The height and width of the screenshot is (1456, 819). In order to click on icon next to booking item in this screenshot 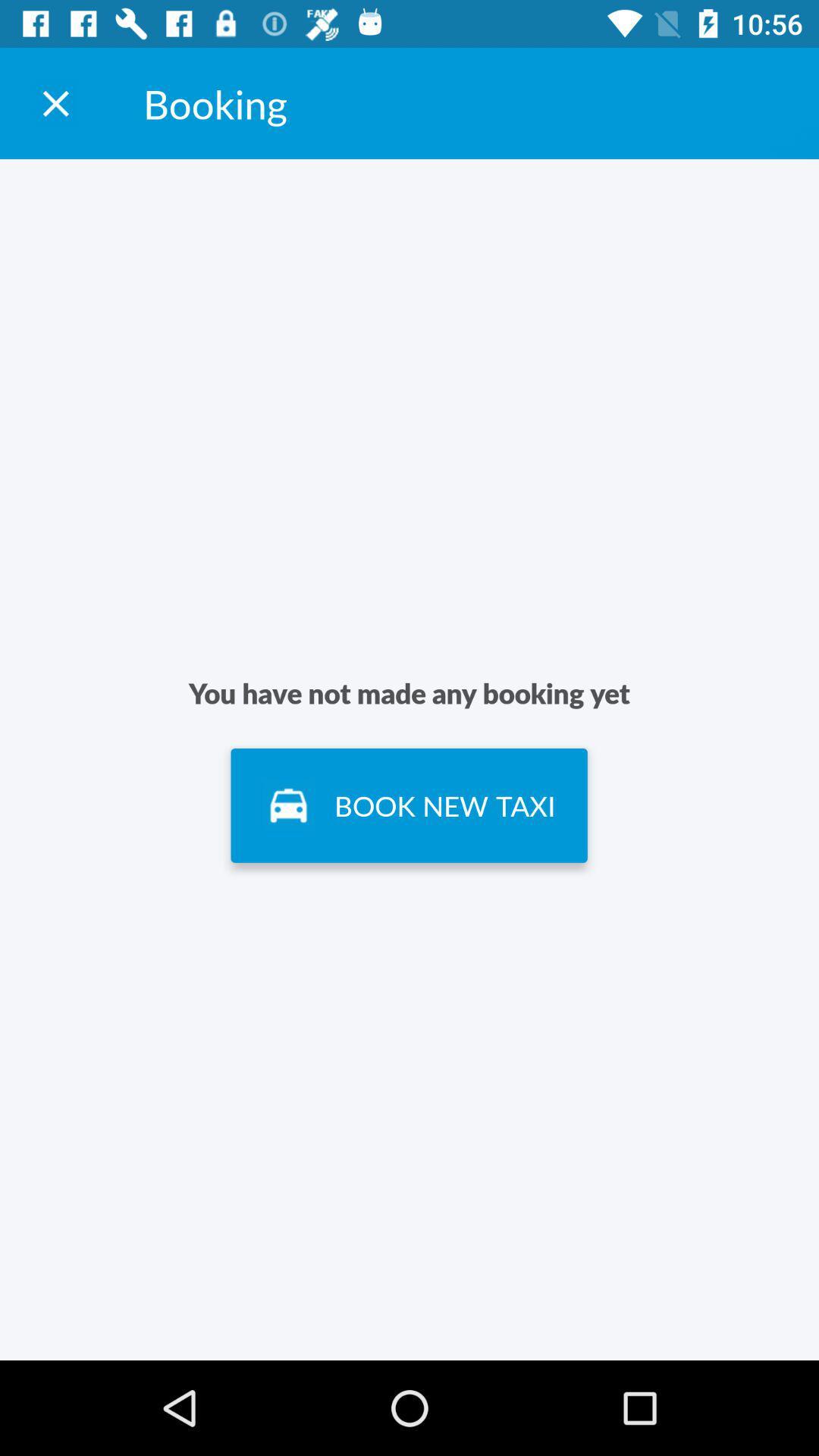, I will do `click(55, 102)`.